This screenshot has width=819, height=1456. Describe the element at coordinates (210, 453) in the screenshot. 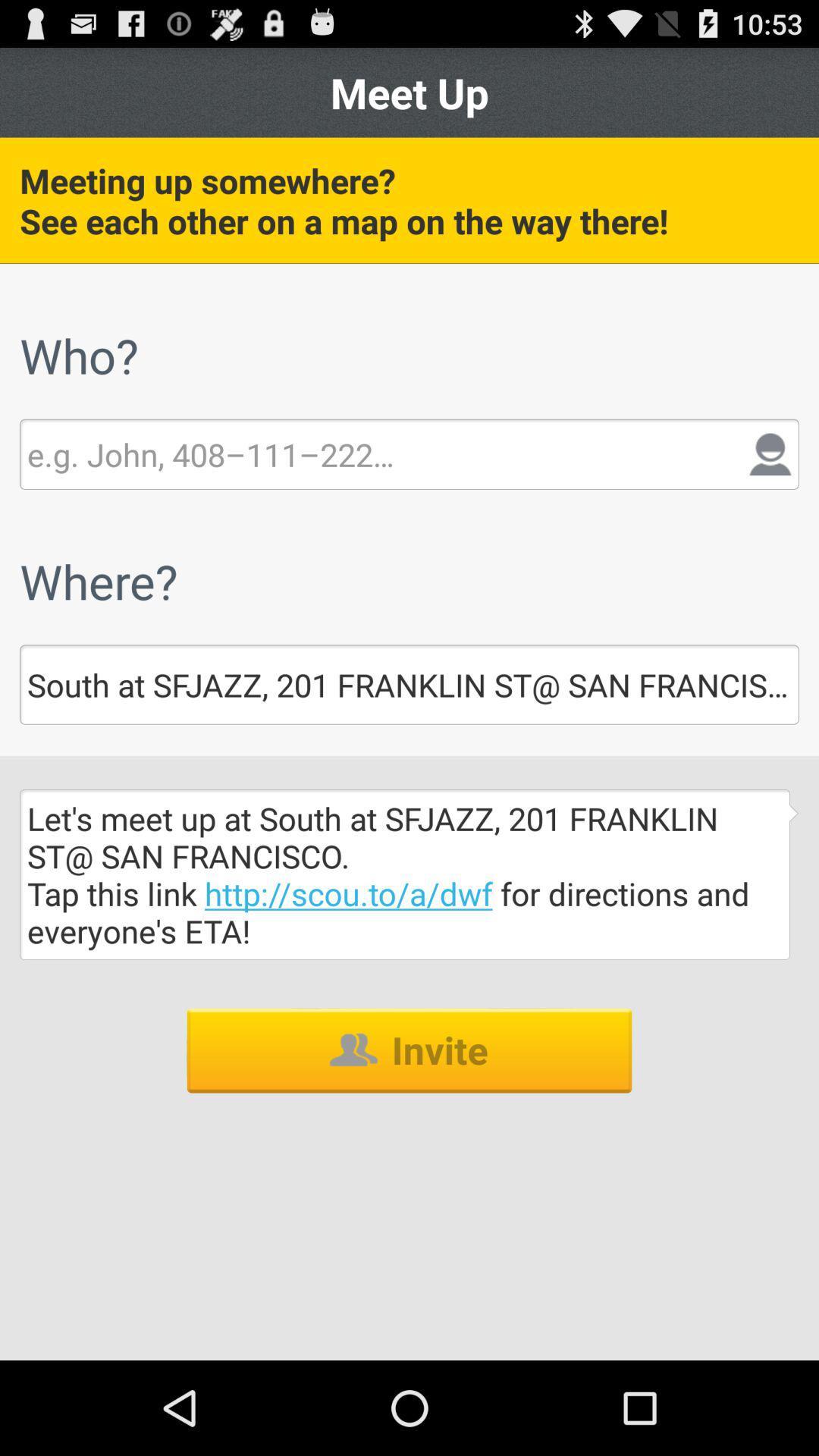

I see `look up person` at that location.